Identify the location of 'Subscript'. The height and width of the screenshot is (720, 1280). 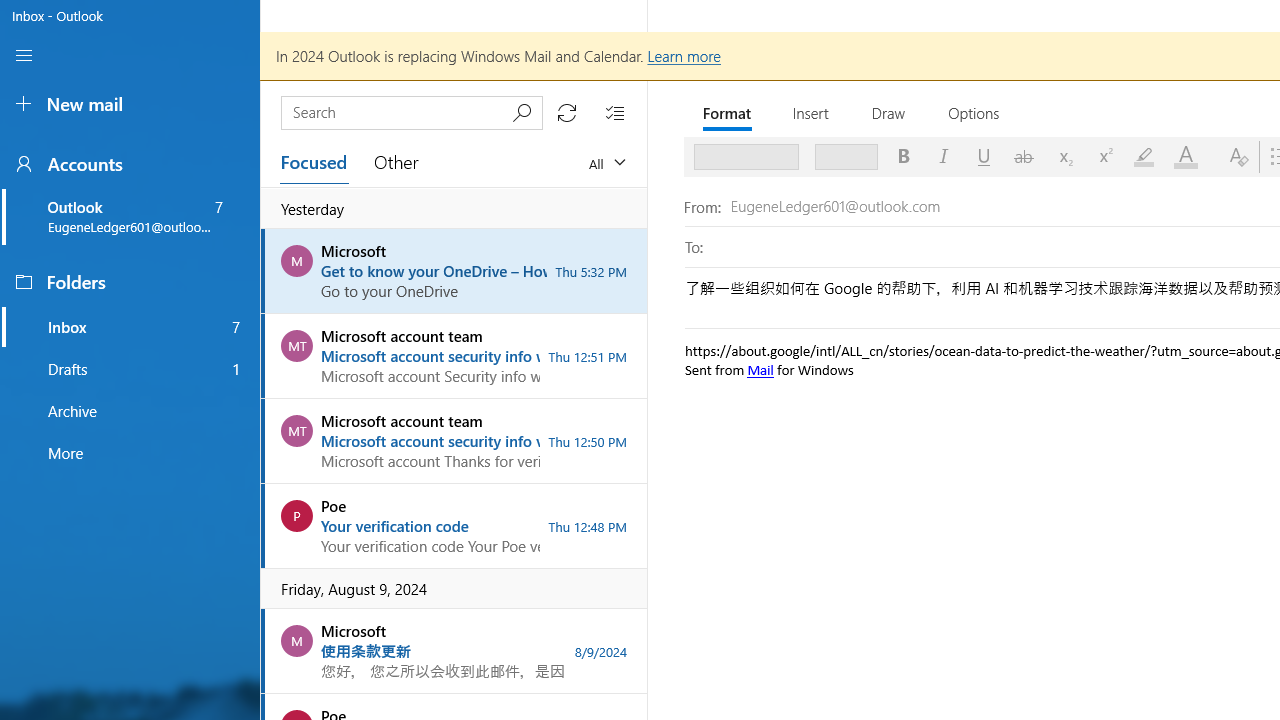
(1063, 155).